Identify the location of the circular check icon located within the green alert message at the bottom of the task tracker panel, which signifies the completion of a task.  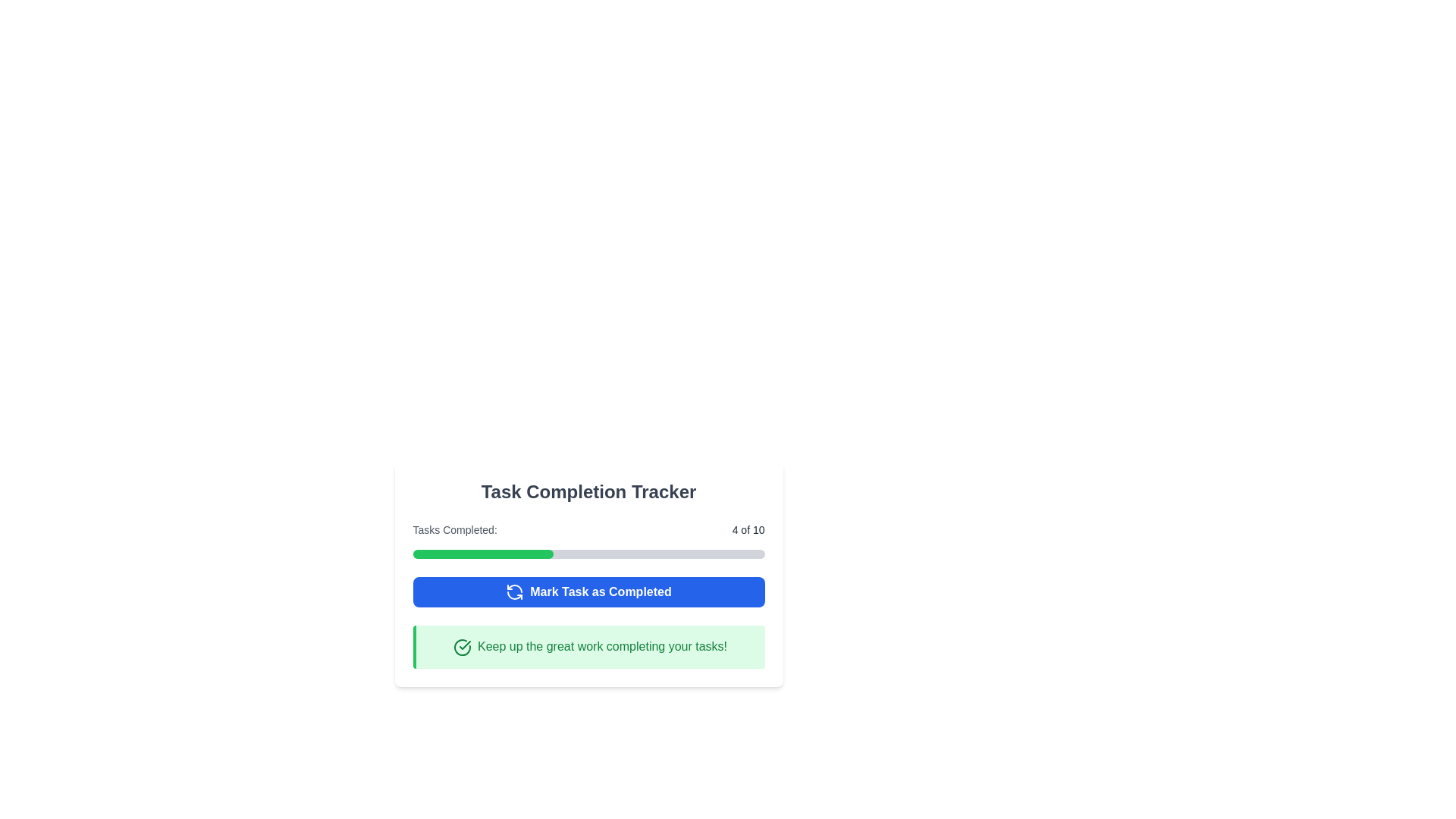
(464, 645).